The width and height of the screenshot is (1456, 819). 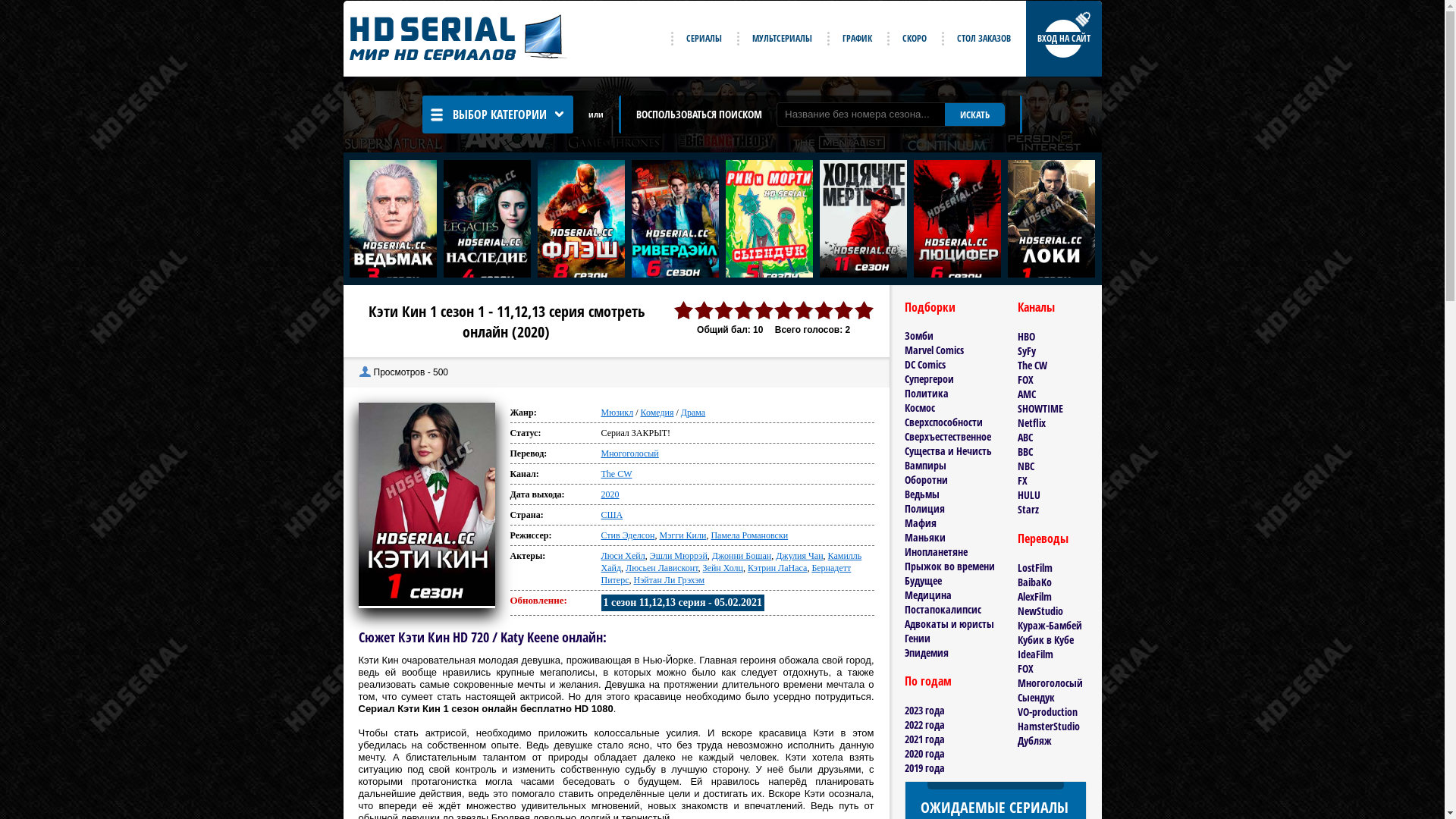 I want to click on '9', so click(x=843, y=309).